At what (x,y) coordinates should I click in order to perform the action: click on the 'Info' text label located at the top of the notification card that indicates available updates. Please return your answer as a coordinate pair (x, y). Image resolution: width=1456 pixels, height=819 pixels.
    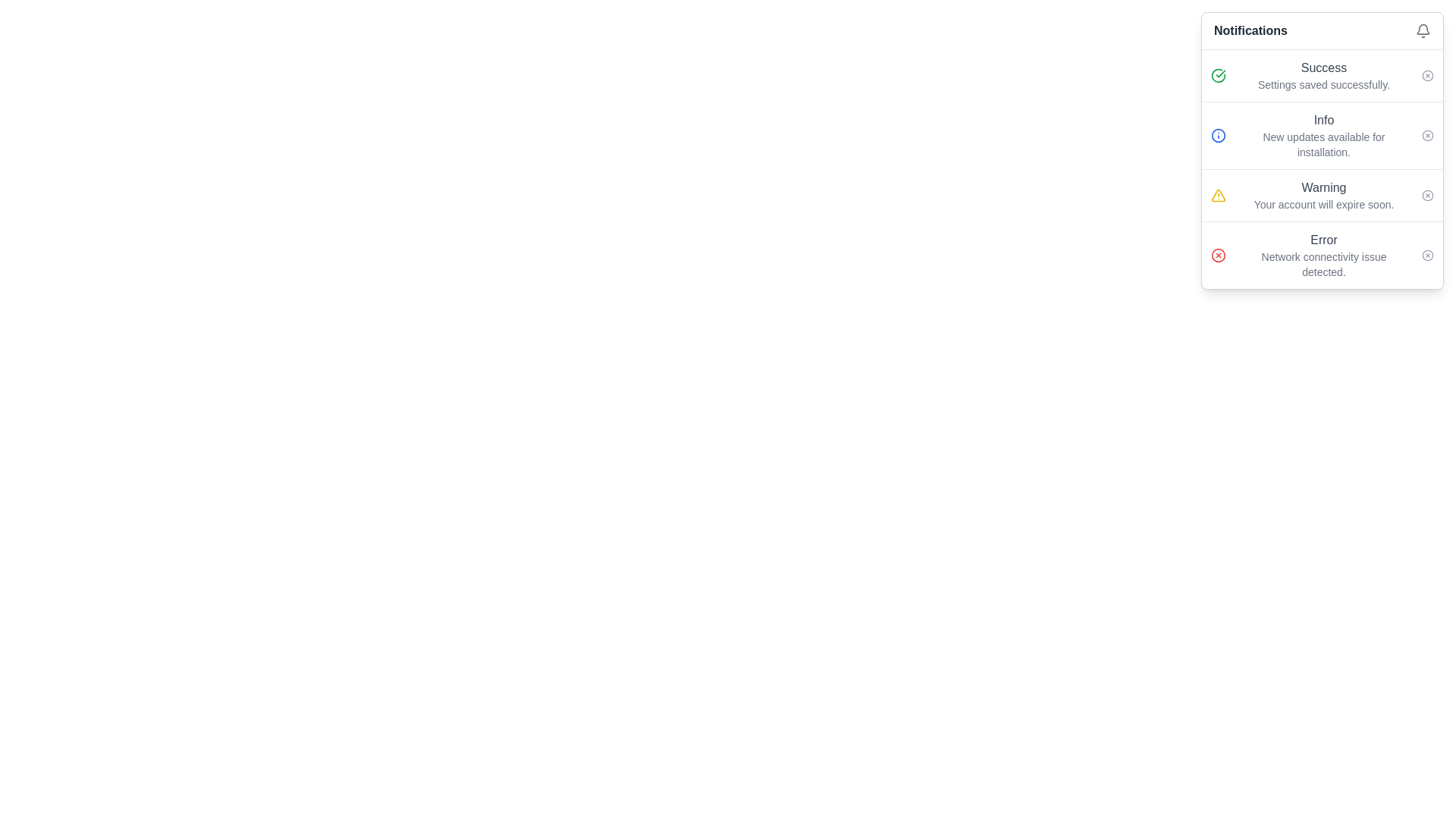
    Looking at the image, I should click on (1323, 119).